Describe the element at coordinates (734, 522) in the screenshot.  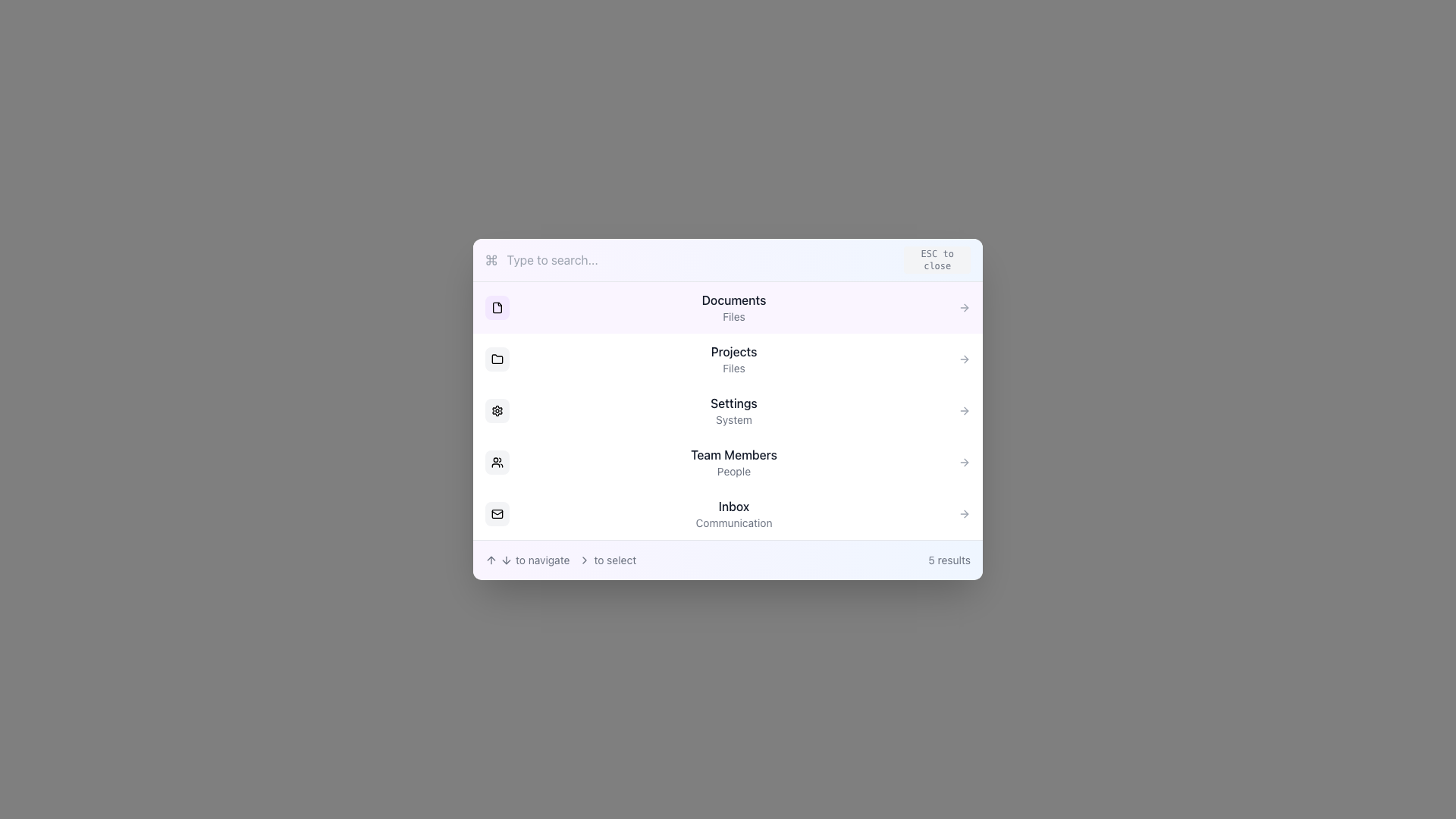
I see `the text label 'Communication', which is displayed in a smaller, gray-colored font beneath the larger 'Inbox' text, positioned centrally within the entry for 'Inbox'` at that location.